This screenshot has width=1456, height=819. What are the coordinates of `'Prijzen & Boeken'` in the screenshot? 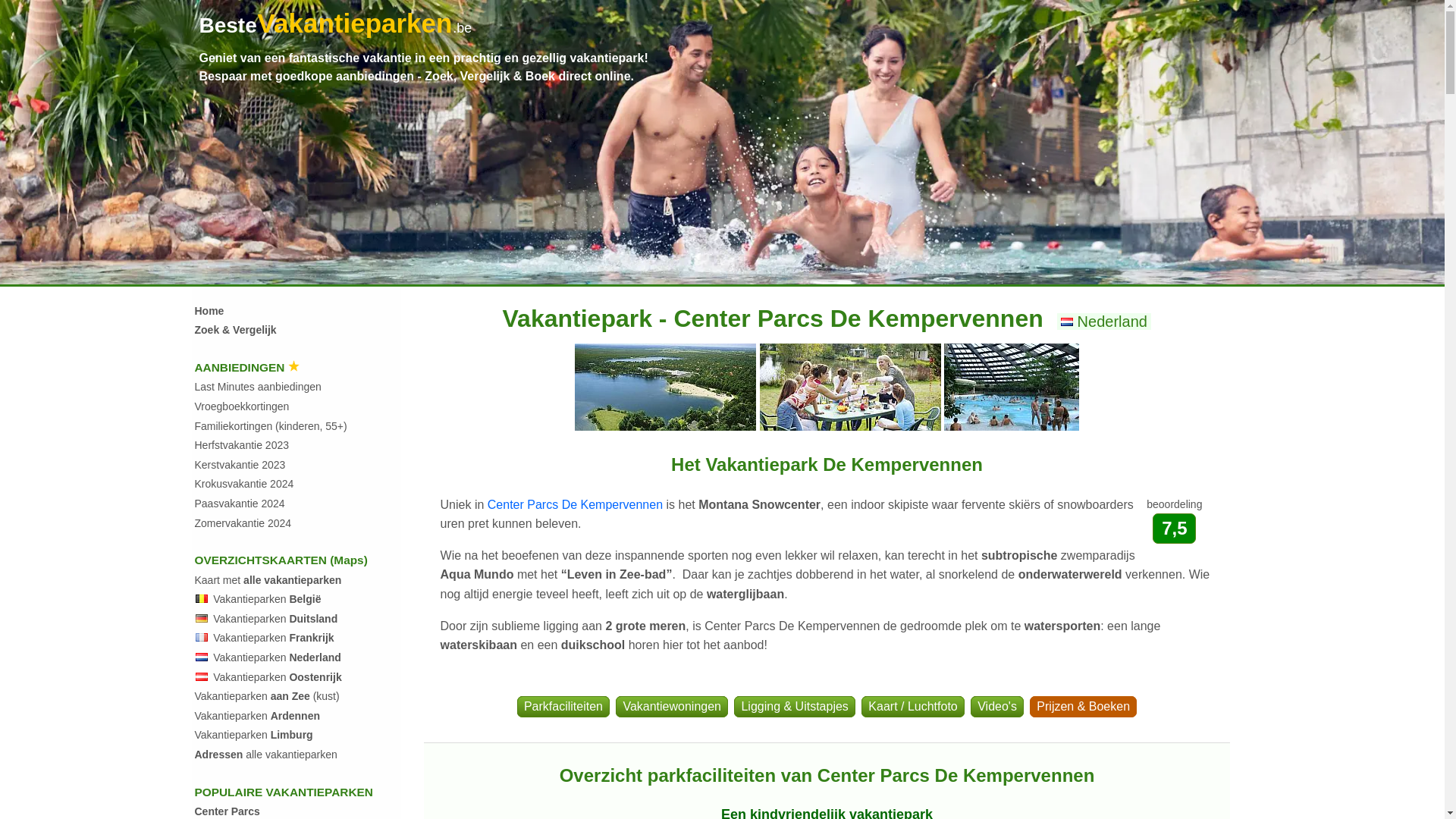 It's located at (1082, 707).